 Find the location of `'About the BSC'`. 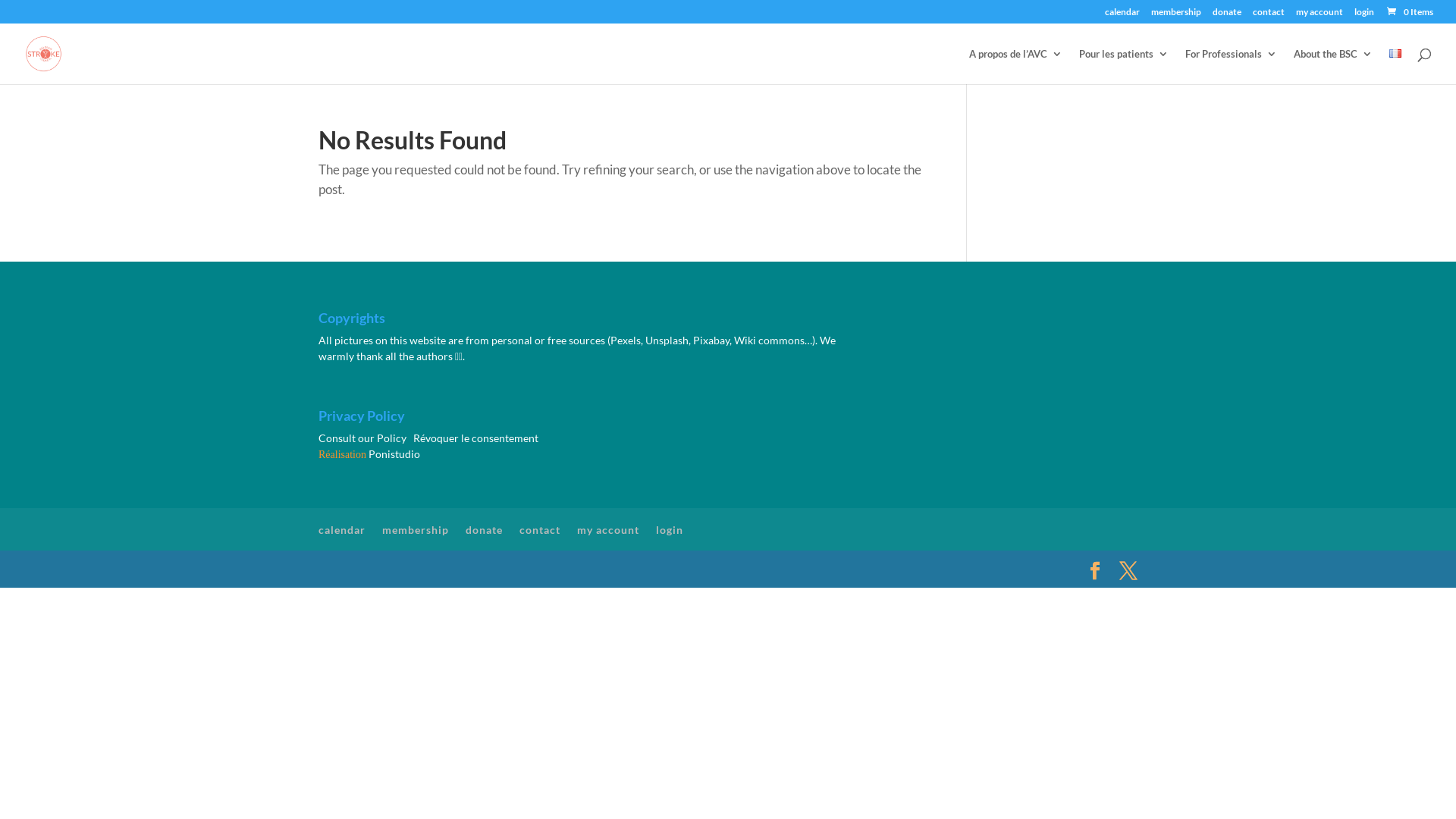

'About the BSC' is located at coordinates (1332, 65).